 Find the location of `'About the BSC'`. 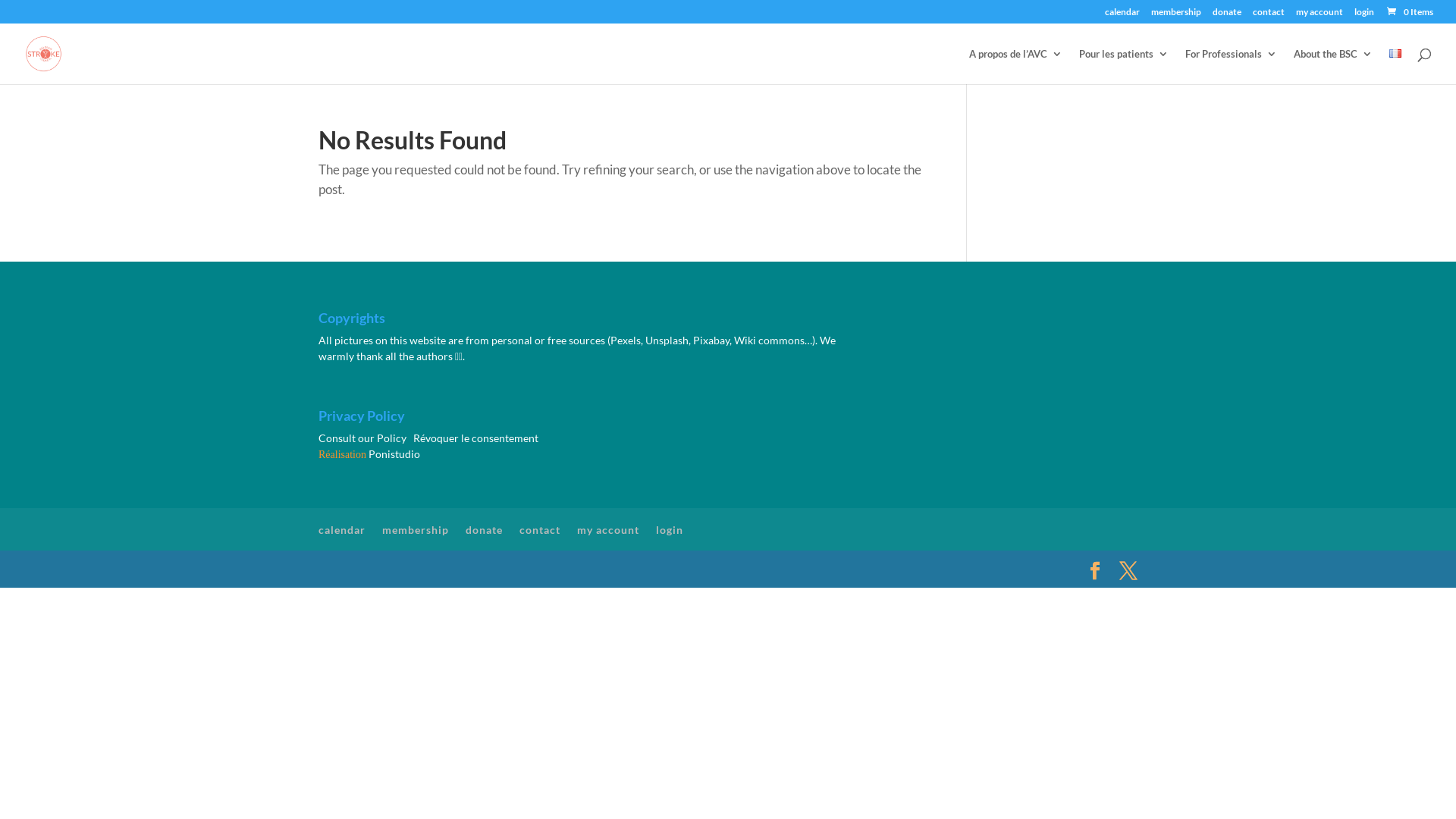

'About the BSC' is located at coordinates (1332, 65).